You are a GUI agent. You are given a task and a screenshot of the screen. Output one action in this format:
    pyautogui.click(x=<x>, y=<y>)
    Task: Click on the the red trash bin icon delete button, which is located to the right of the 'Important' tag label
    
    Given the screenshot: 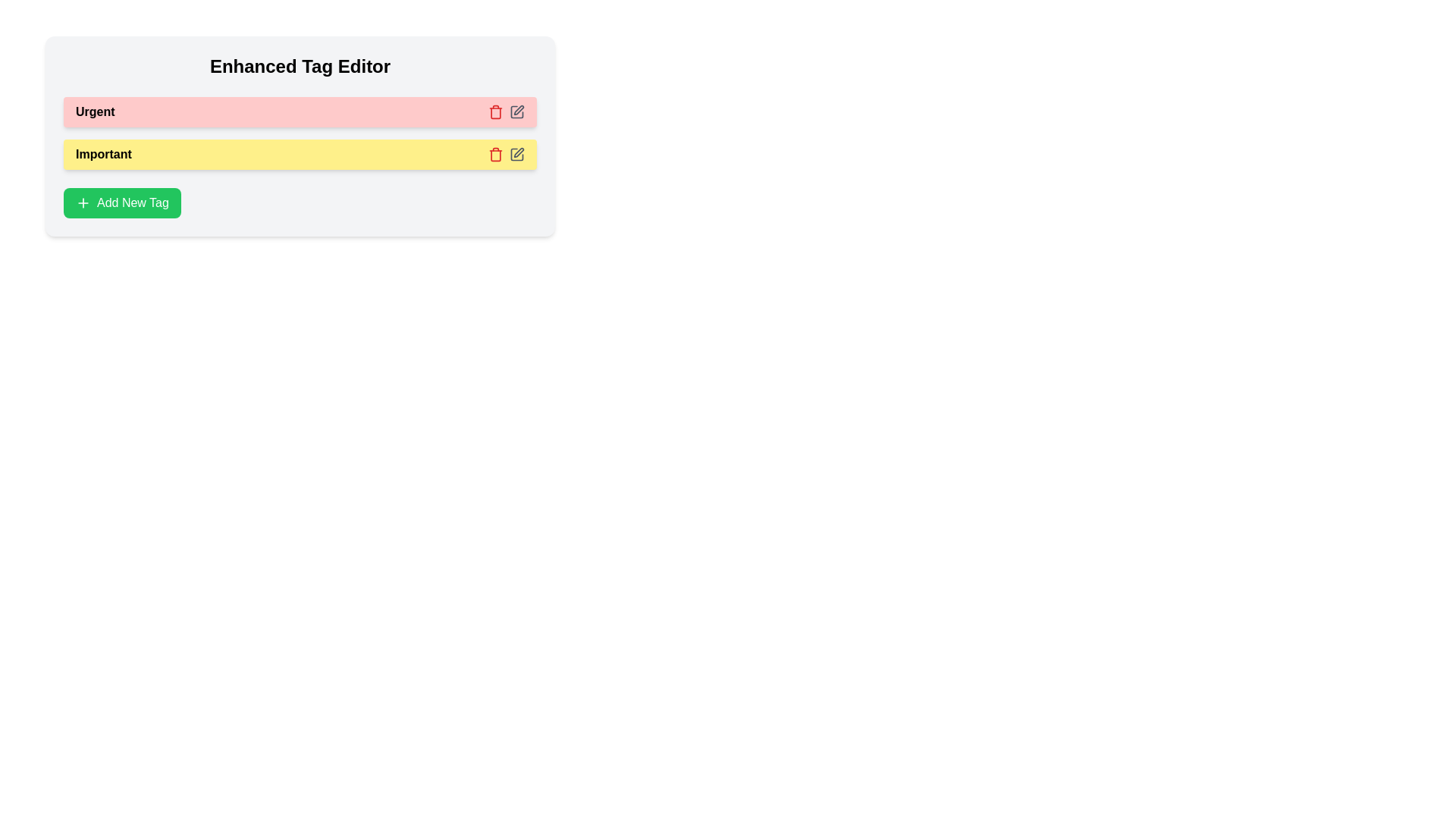 What is the action you would take?
    pyautogui.click(x=495, y=111)
    